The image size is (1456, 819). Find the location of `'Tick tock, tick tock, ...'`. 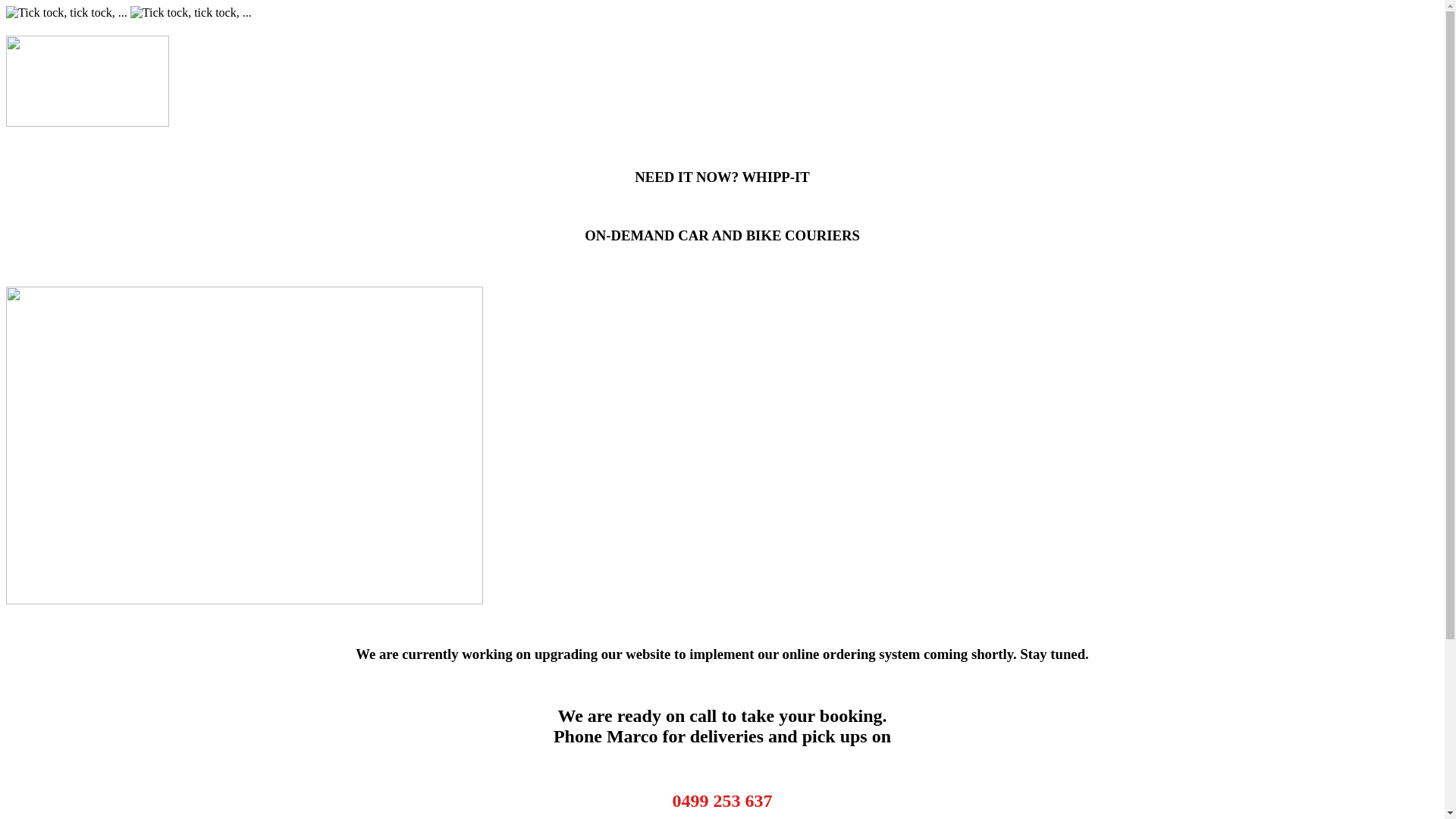

'Tick tock, tick tock, ...' is located at coordinates (65, 12).